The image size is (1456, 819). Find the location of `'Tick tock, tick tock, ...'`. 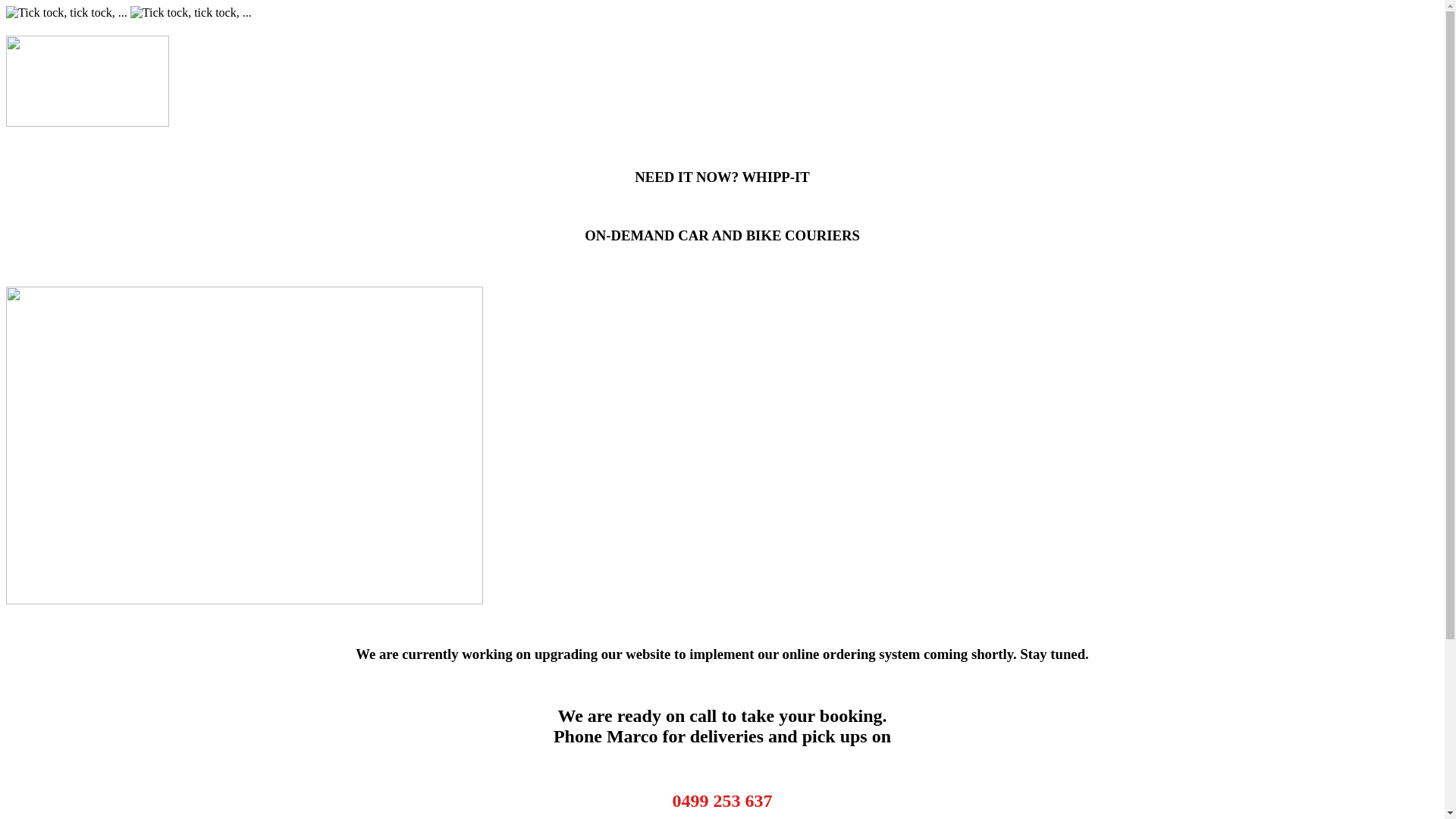

'Tick tock, tick tock, ...' is located at coordinates (65, 12).